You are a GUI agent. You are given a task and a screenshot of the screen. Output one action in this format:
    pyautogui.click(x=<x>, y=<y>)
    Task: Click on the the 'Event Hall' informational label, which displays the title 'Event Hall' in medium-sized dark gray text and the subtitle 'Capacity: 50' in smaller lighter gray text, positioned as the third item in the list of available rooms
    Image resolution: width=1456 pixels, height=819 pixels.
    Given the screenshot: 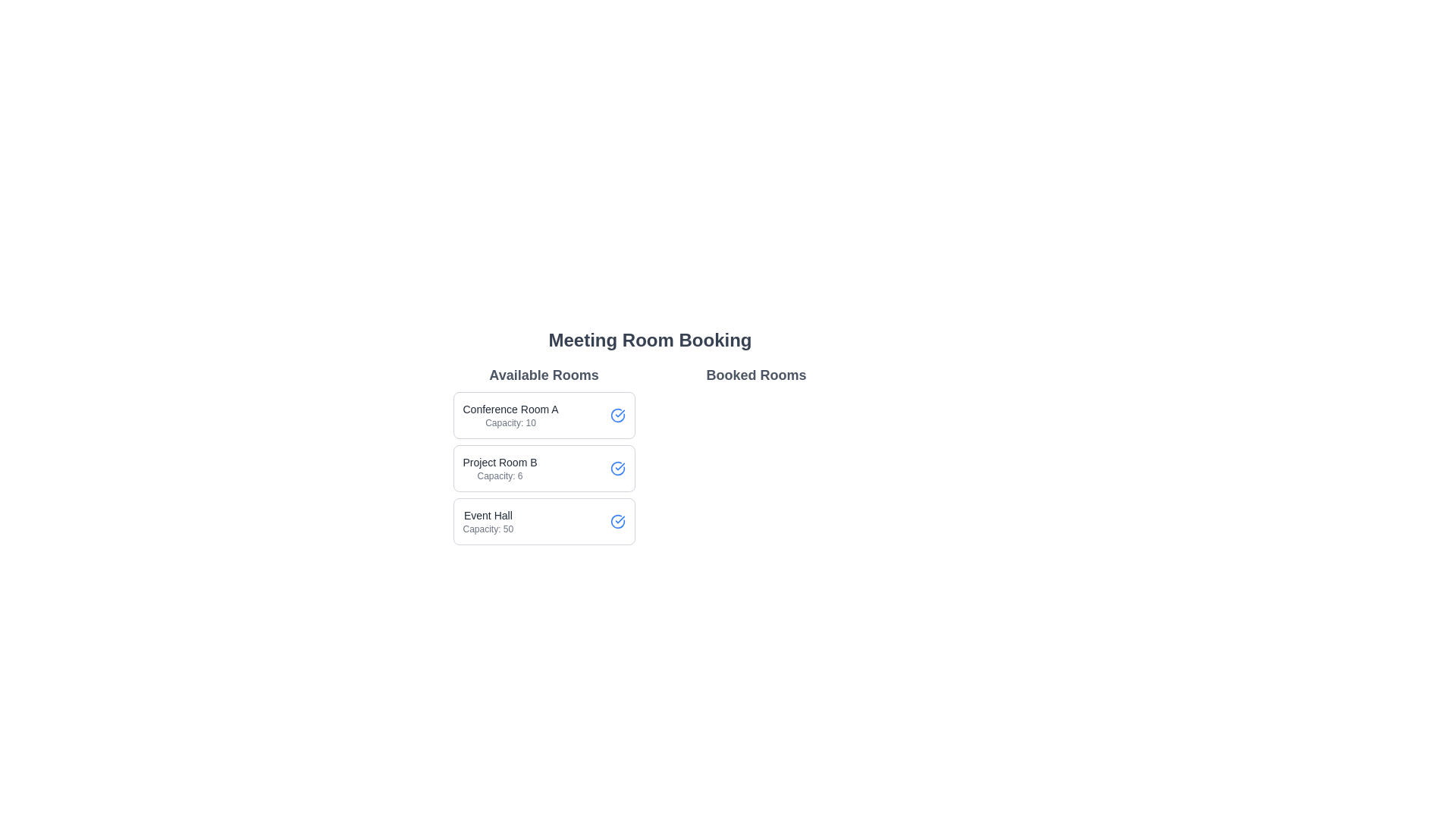 What is the action you would take?
    pyautogui.click(x=488, y=520)
    